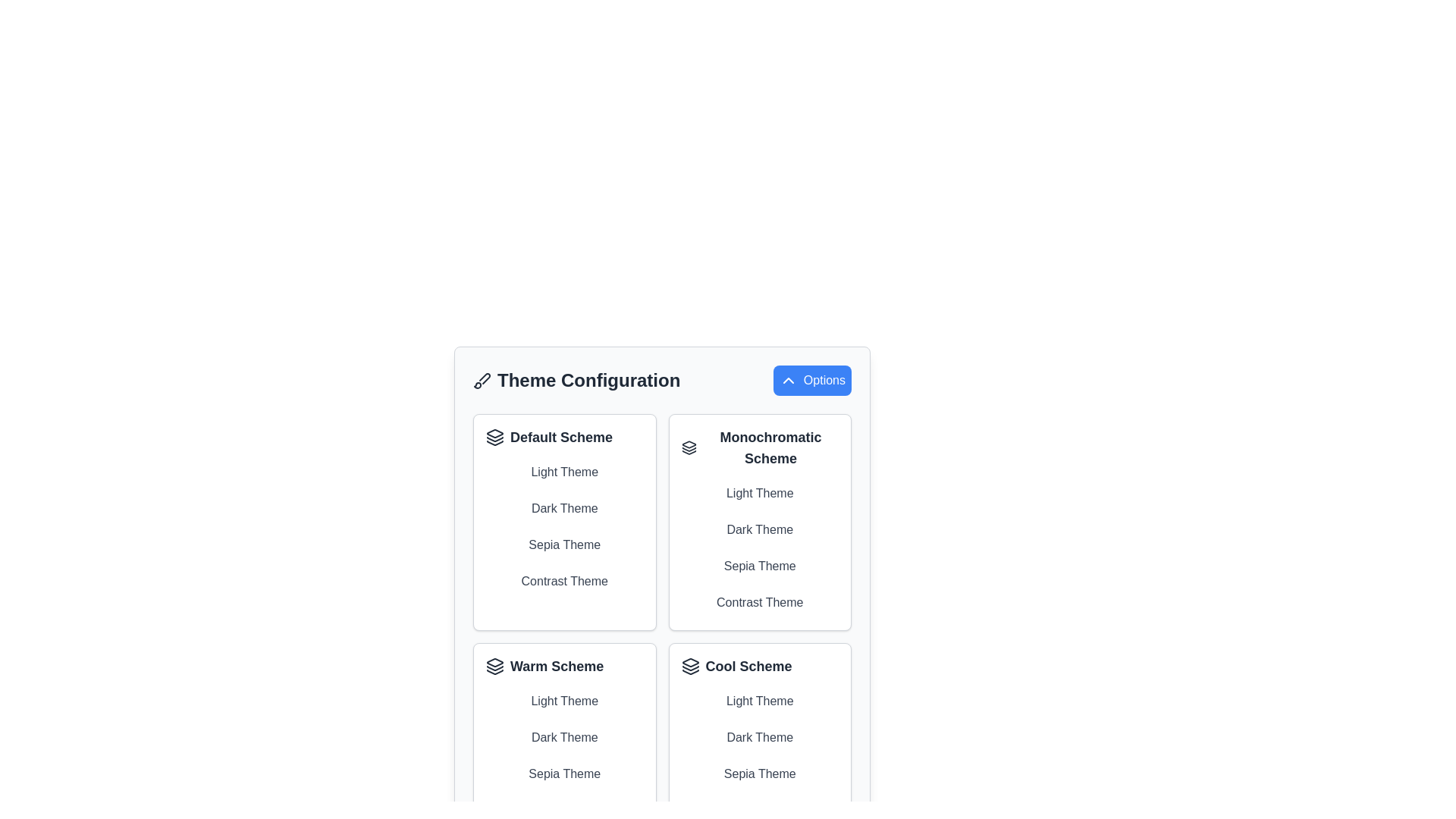  I want to click on the 'Sepia Theme' text label, so click(760, 566).